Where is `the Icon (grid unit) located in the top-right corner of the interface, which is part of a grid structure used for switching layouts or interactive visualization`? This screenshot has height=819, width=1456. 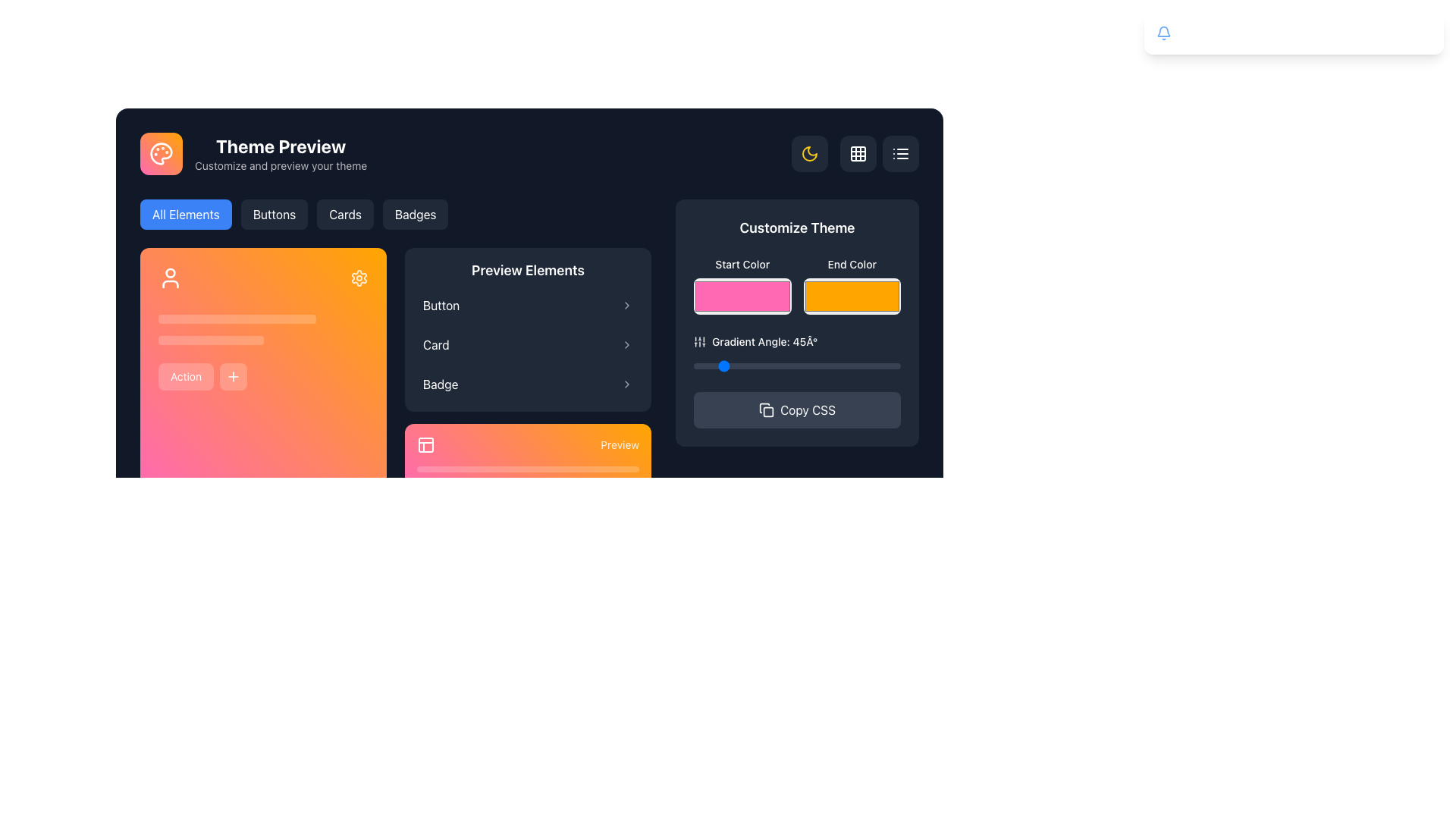 the Icon (grid unit) located in the top-right corner of the interface, which is part of a grid structure used for switching layouts or interactive visualization is located at coordinates (858, 154).